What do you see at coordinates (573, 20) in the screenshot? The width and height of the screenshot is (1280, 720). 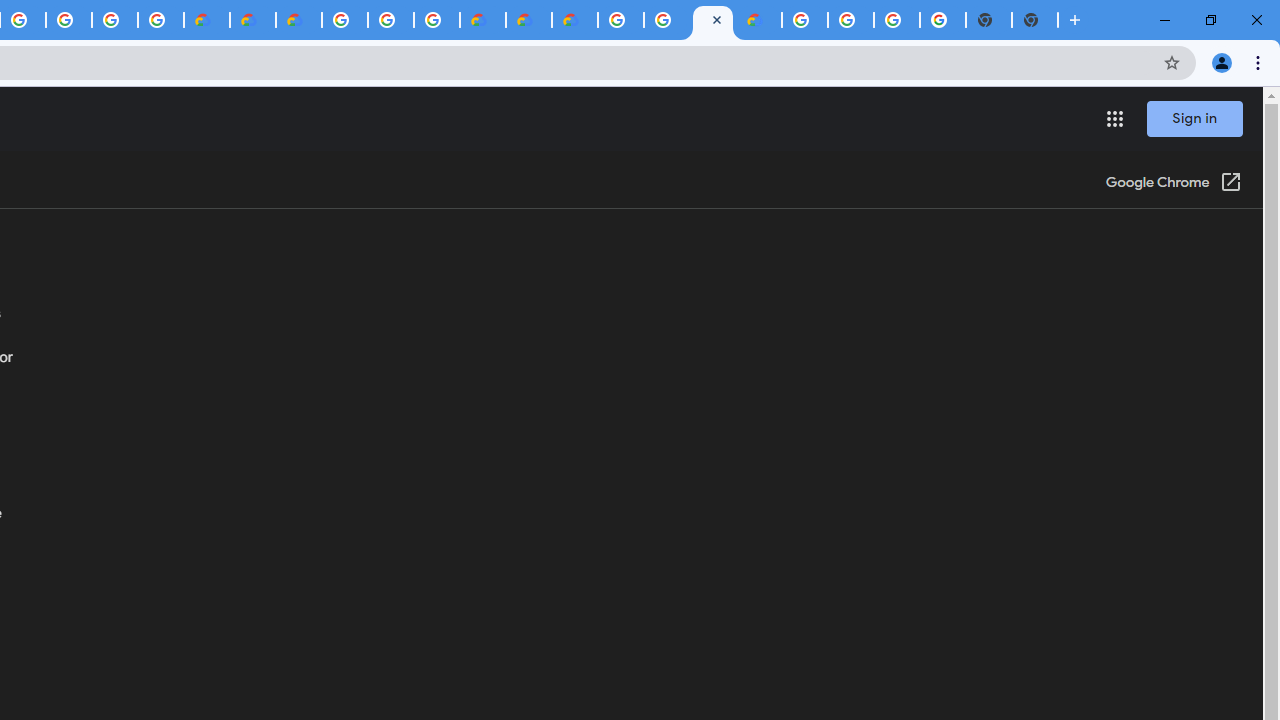 I see `'Google Cloud Estimate Summary'` at bounding box center [573, 20].